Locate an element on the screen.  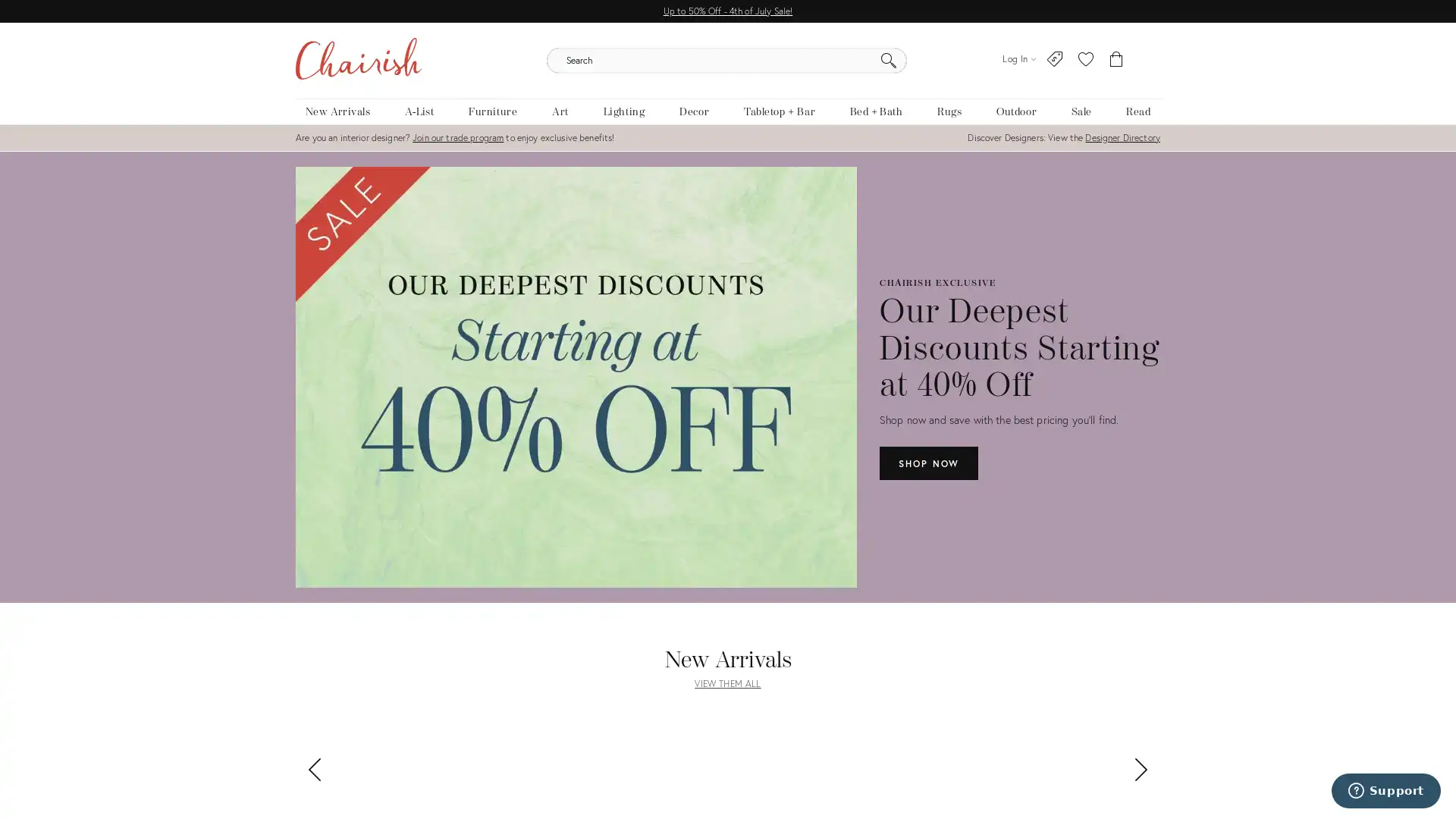
Support is located at coordinates (1385, 789).